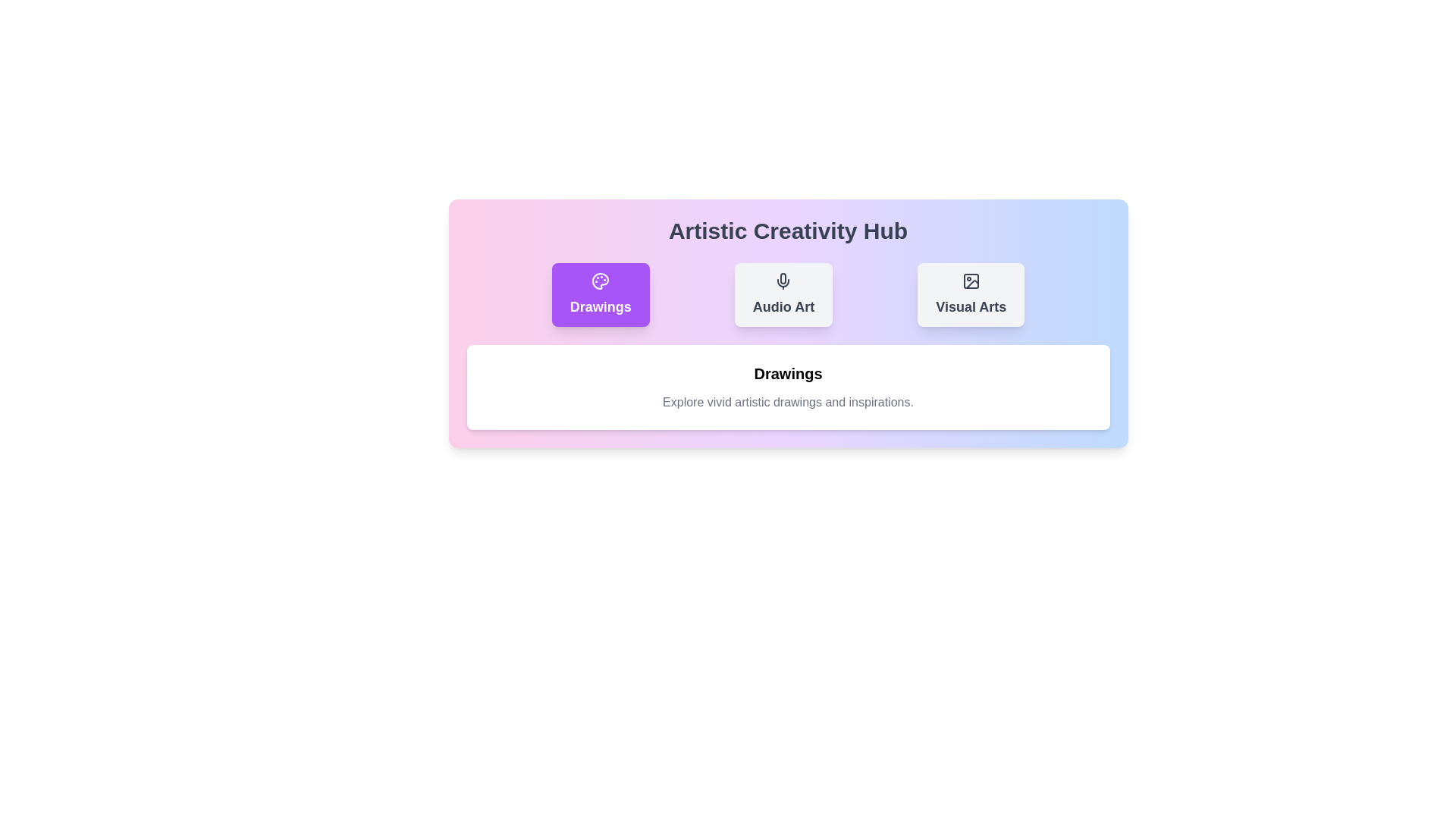 The width and height of the screenshot is (1456, 819). Describe the element at coordinates (600, 295) in the screenshot. I see `the button labeled Drawings to observe its hover effect` at that location.